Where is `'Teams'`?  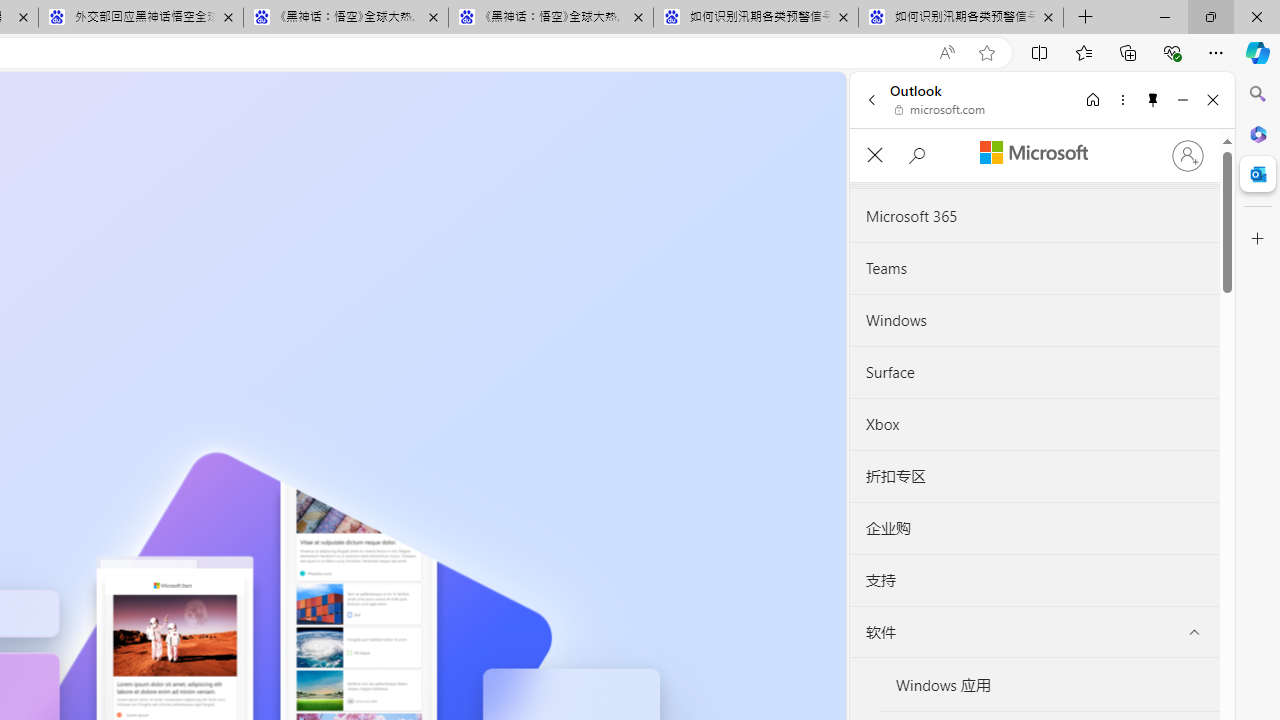 'Teams' is located at coordinates (1034, 267).